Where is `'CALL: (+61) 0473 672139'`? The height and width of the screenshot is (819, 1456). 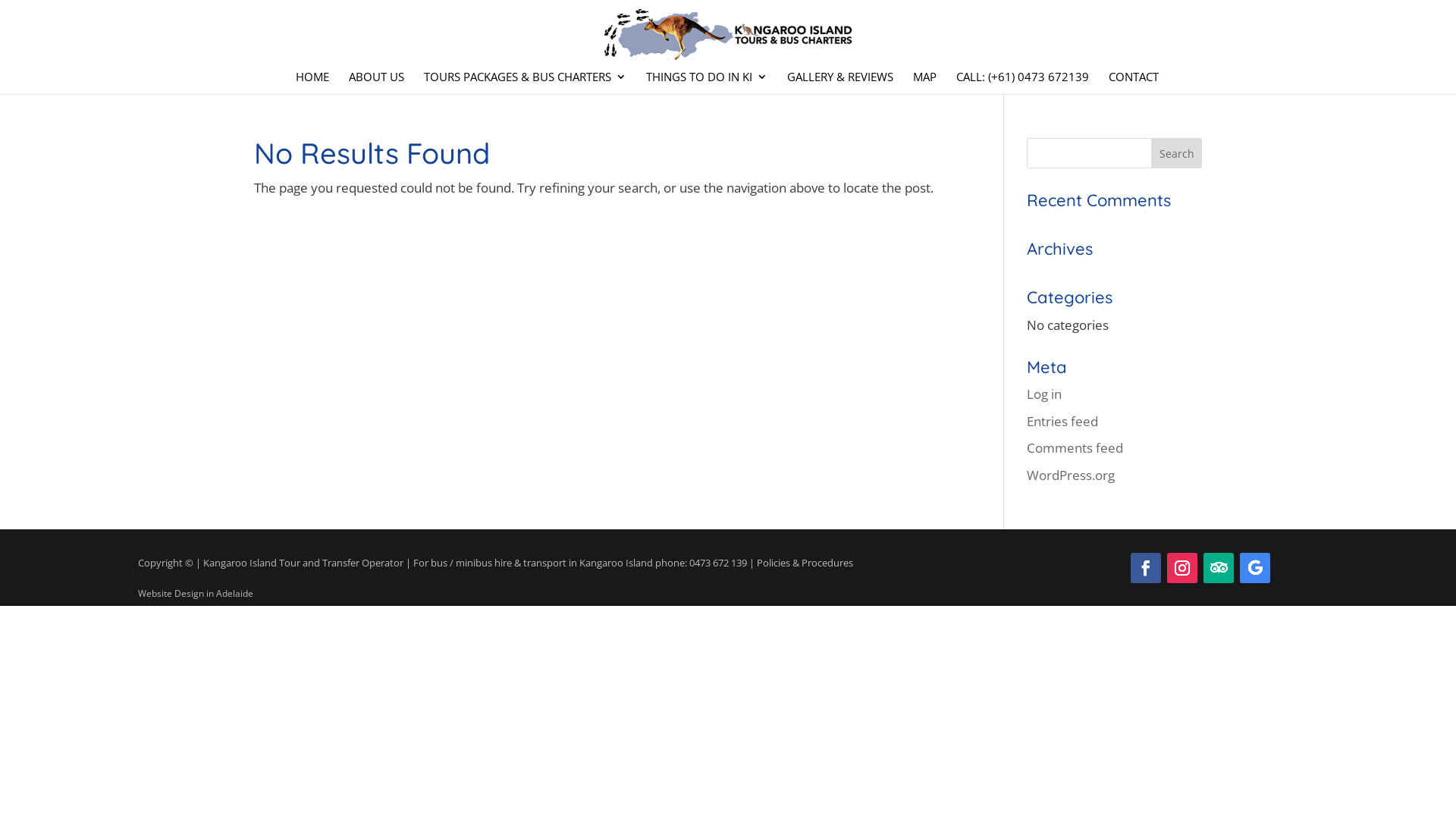 'CALL: (+61) 0473 672139' is located at coordinates (1022, 82).